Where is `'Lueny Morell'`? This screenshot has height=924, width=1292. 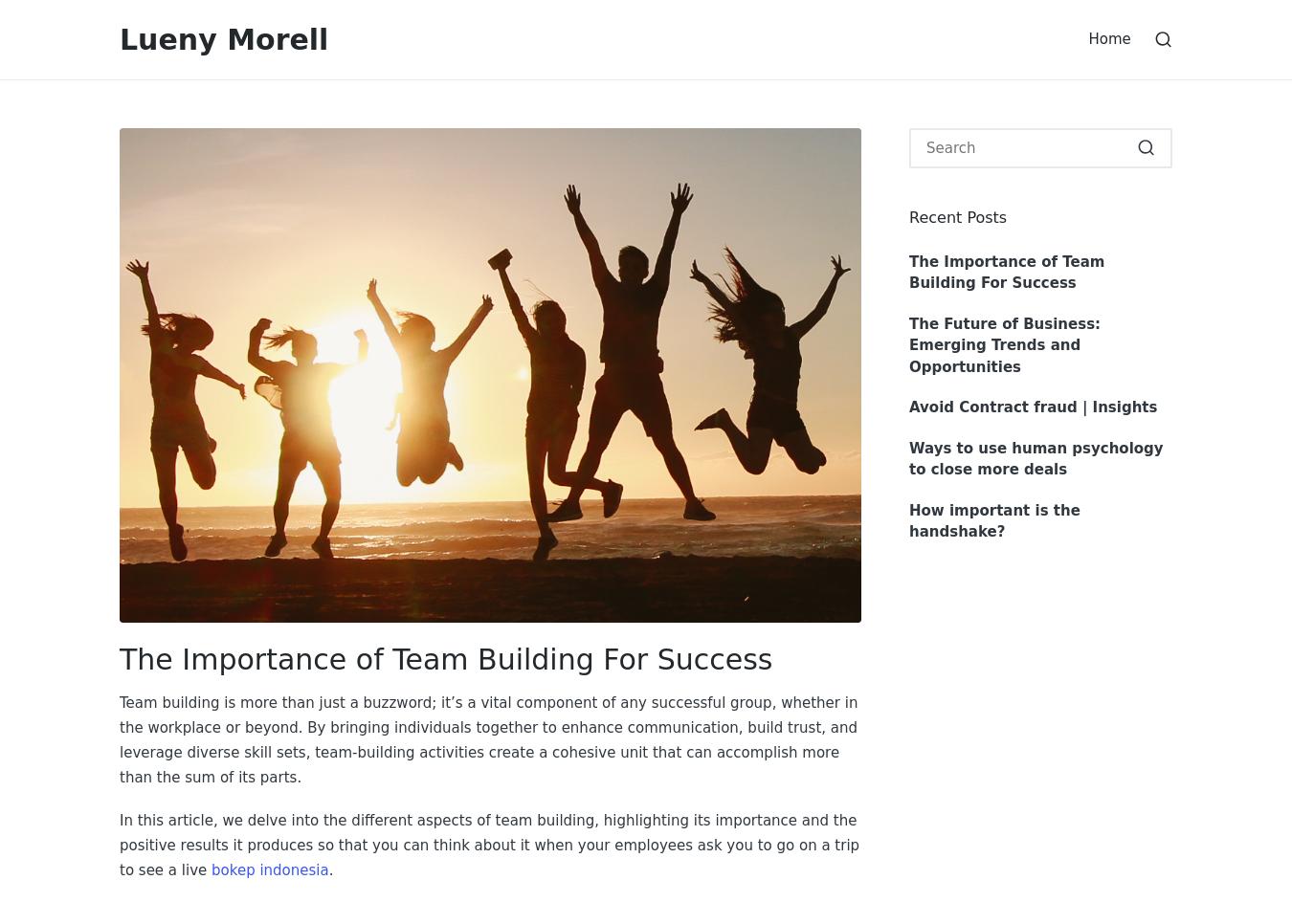 'Lueny Morell' is located at coordinates (222, 39).